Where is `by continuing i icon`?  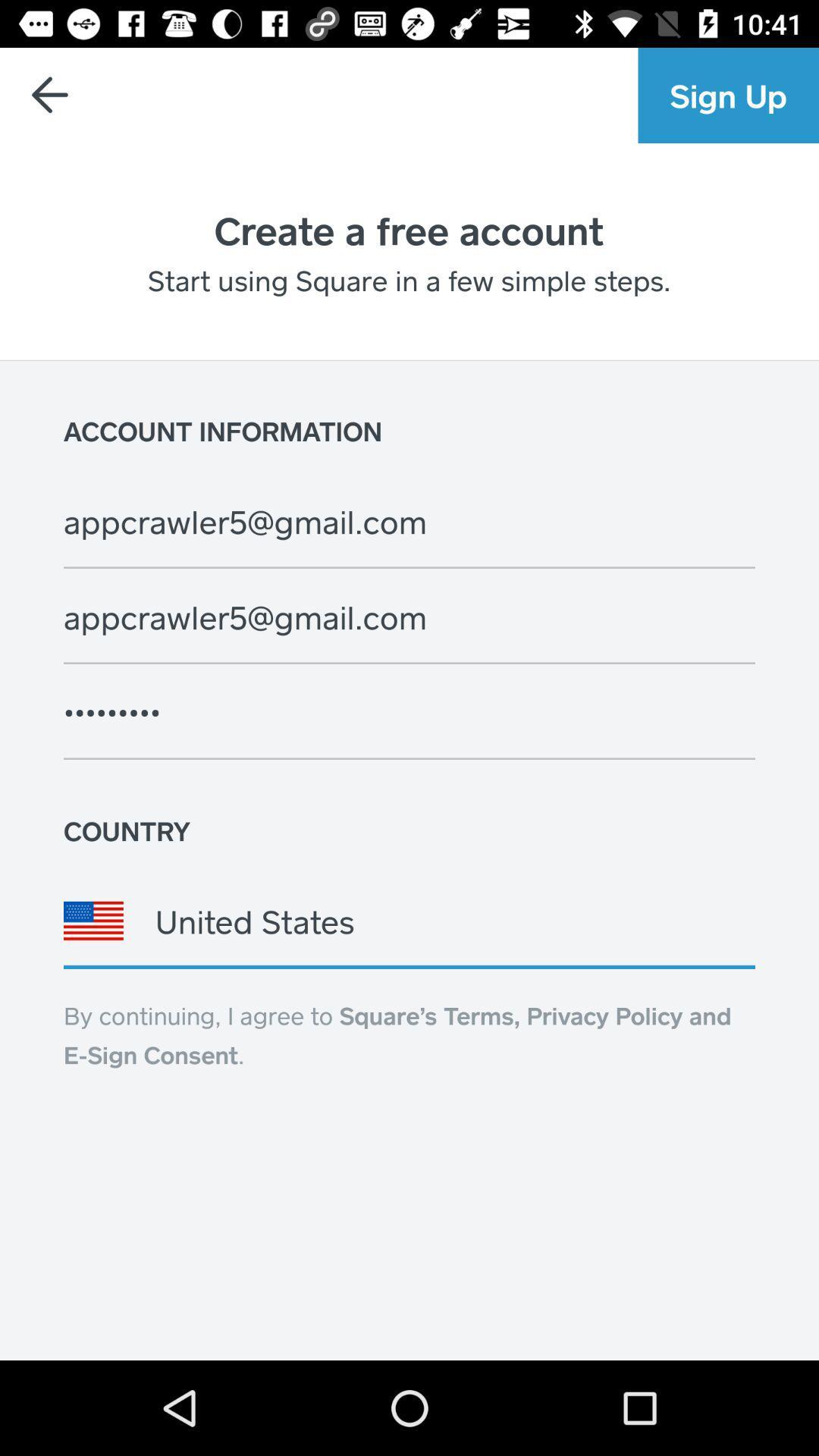 by continuing i icon is located at coordinates (397, 1034).